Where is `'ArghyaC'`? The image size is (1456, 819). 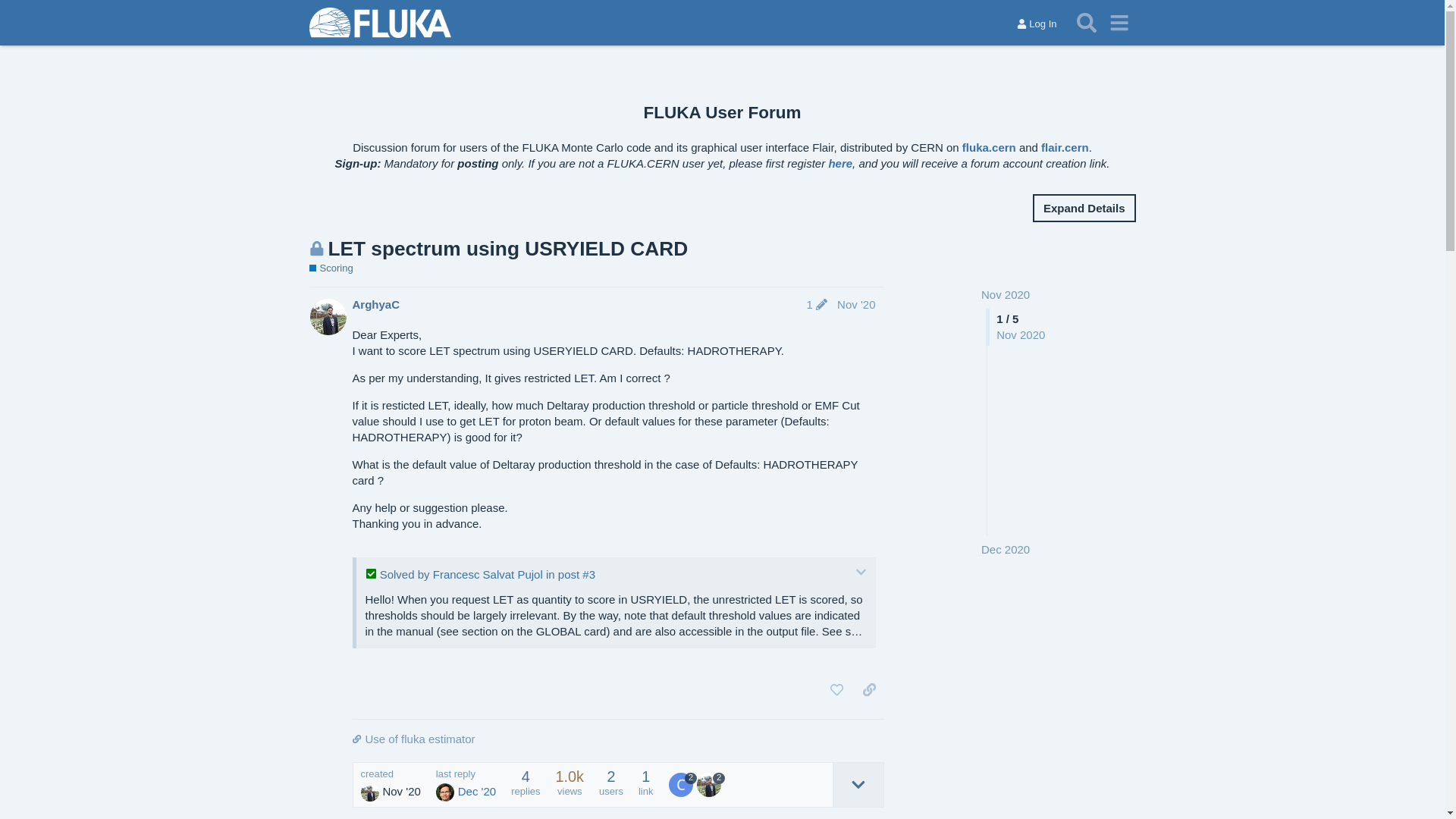
'ArghyaC' is located at coordinates (359, 792).